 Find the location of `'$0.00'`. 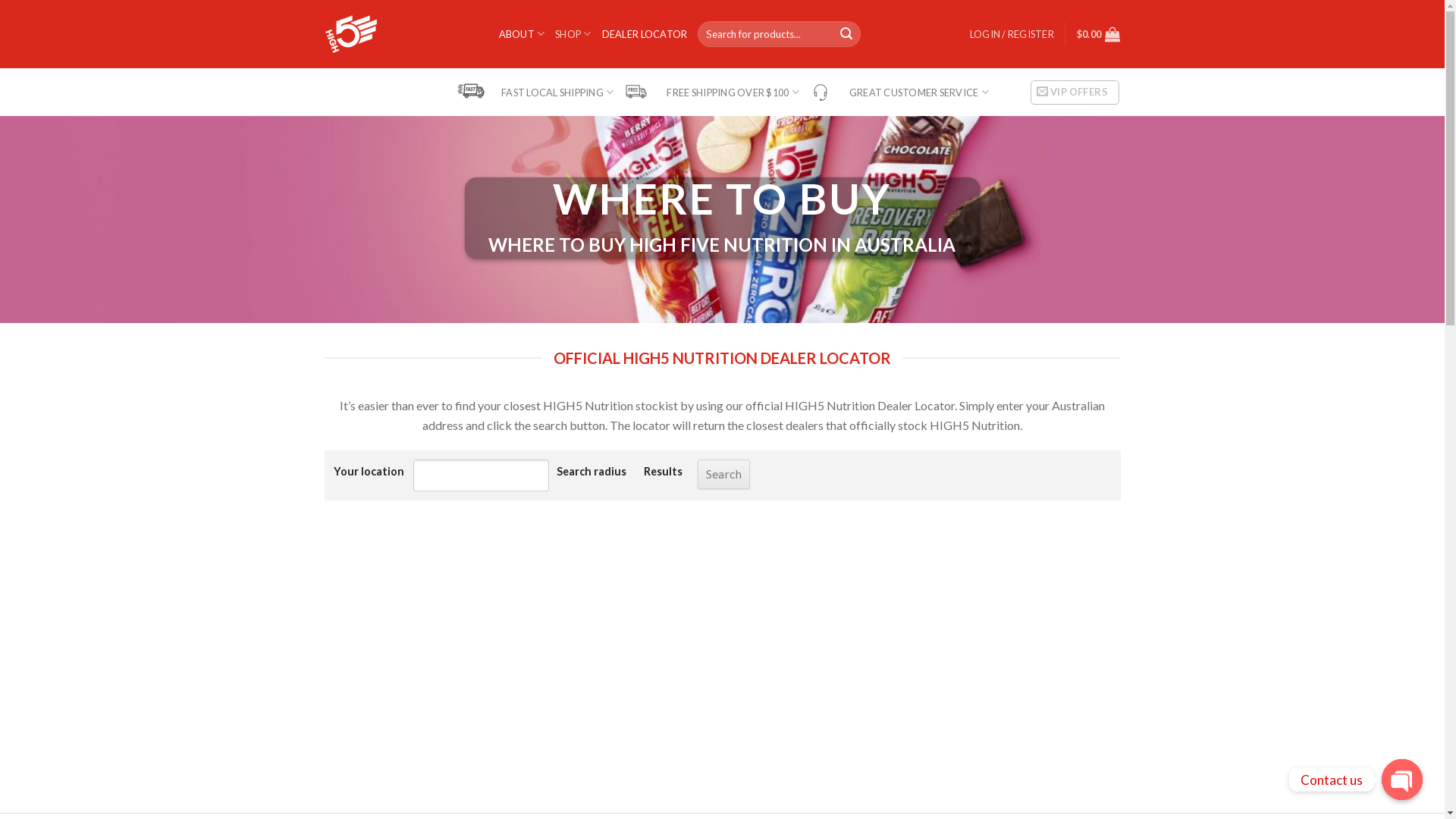

'$0.00' is located at coordinates (1099, 34).